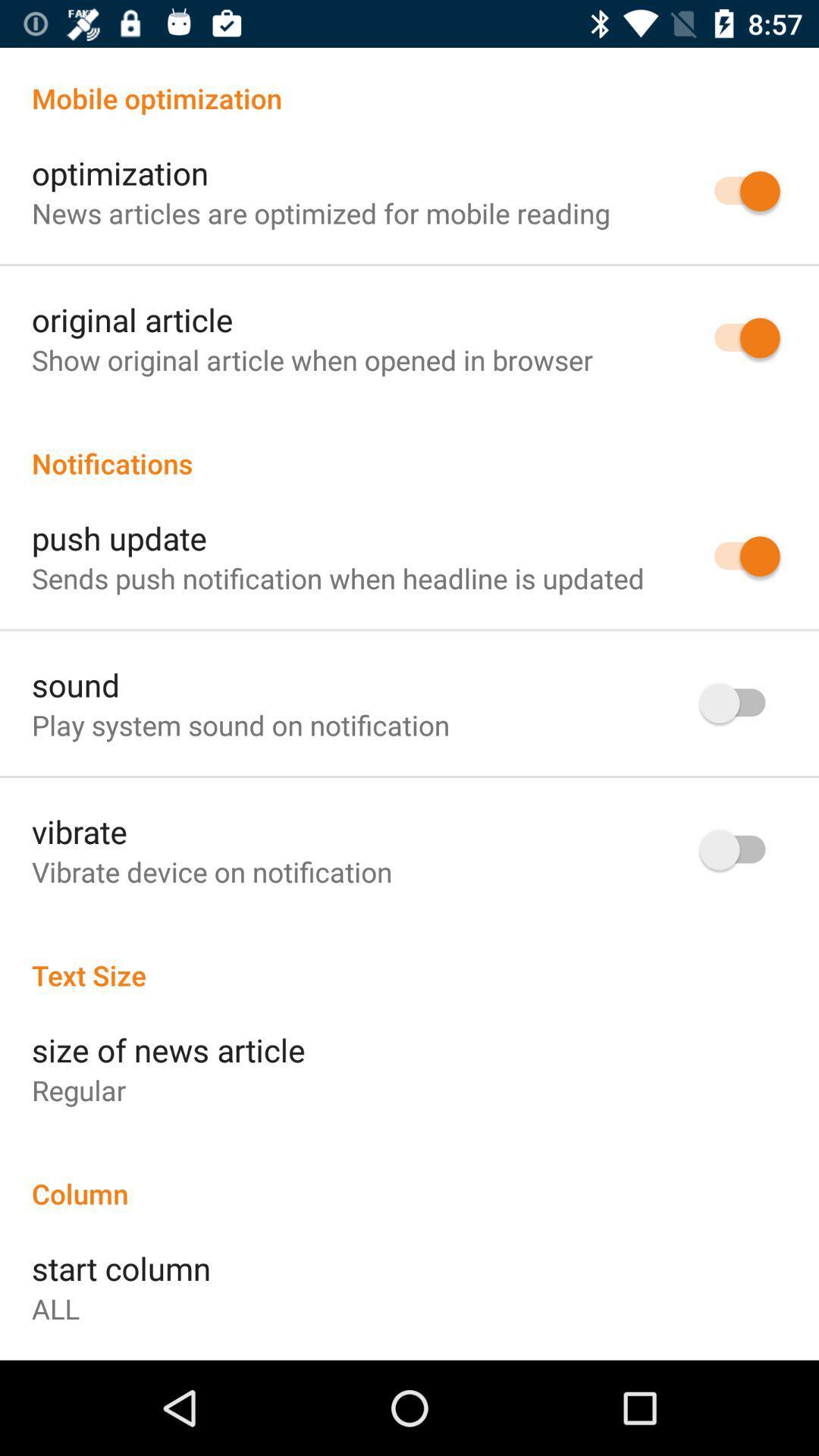 The image size is (819, 1456). Describe the element at coordinates (79, 1089) in the screenshot. I see `the icon above column` at that location.